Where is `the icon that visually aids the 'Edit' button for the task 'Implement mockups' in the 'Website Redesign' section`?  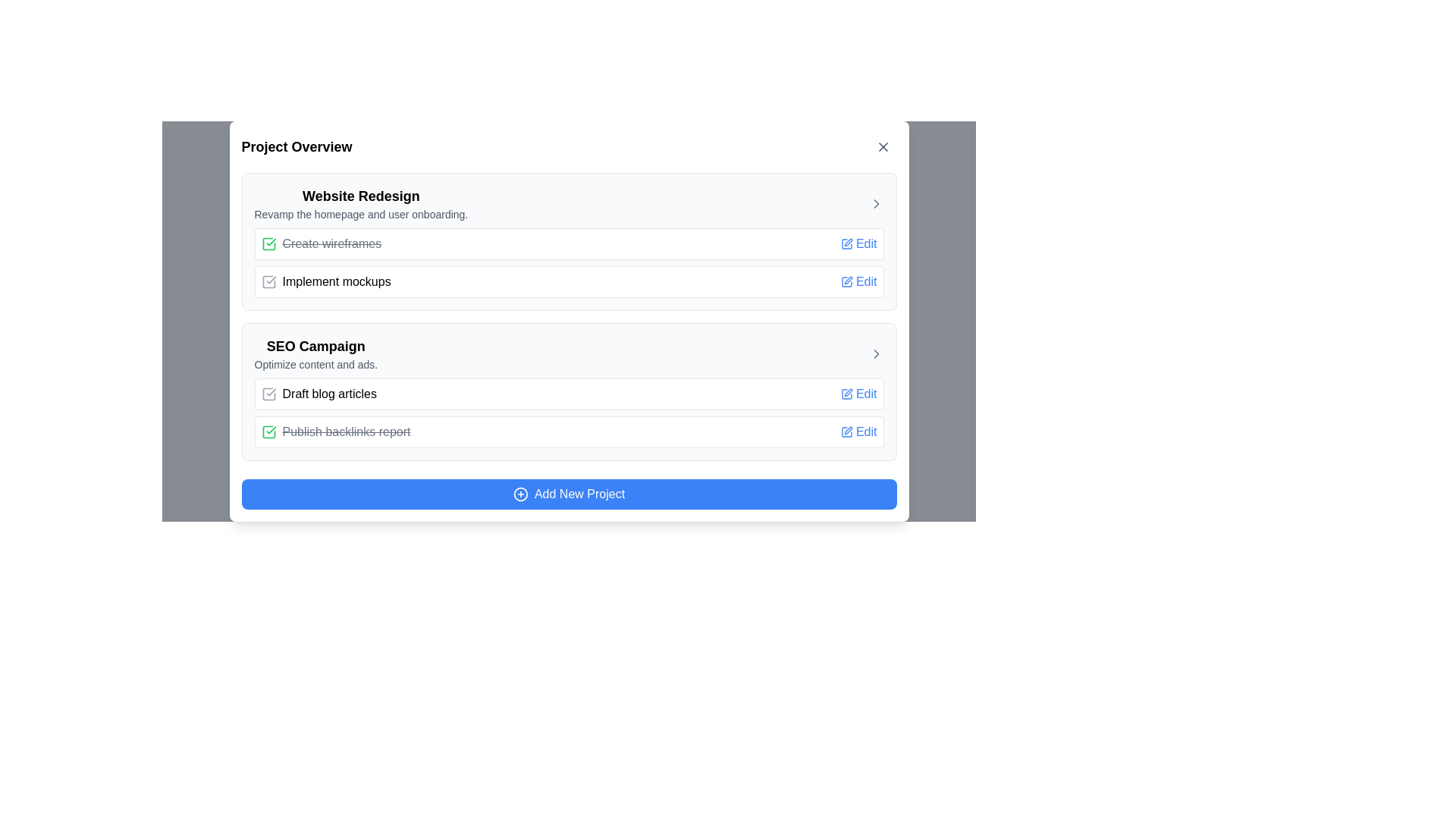 the icon that visually aids the 'Edit' button for the task 'Implement mockups' in the 'Website Redesign' section is located at coordinates (846, 281).